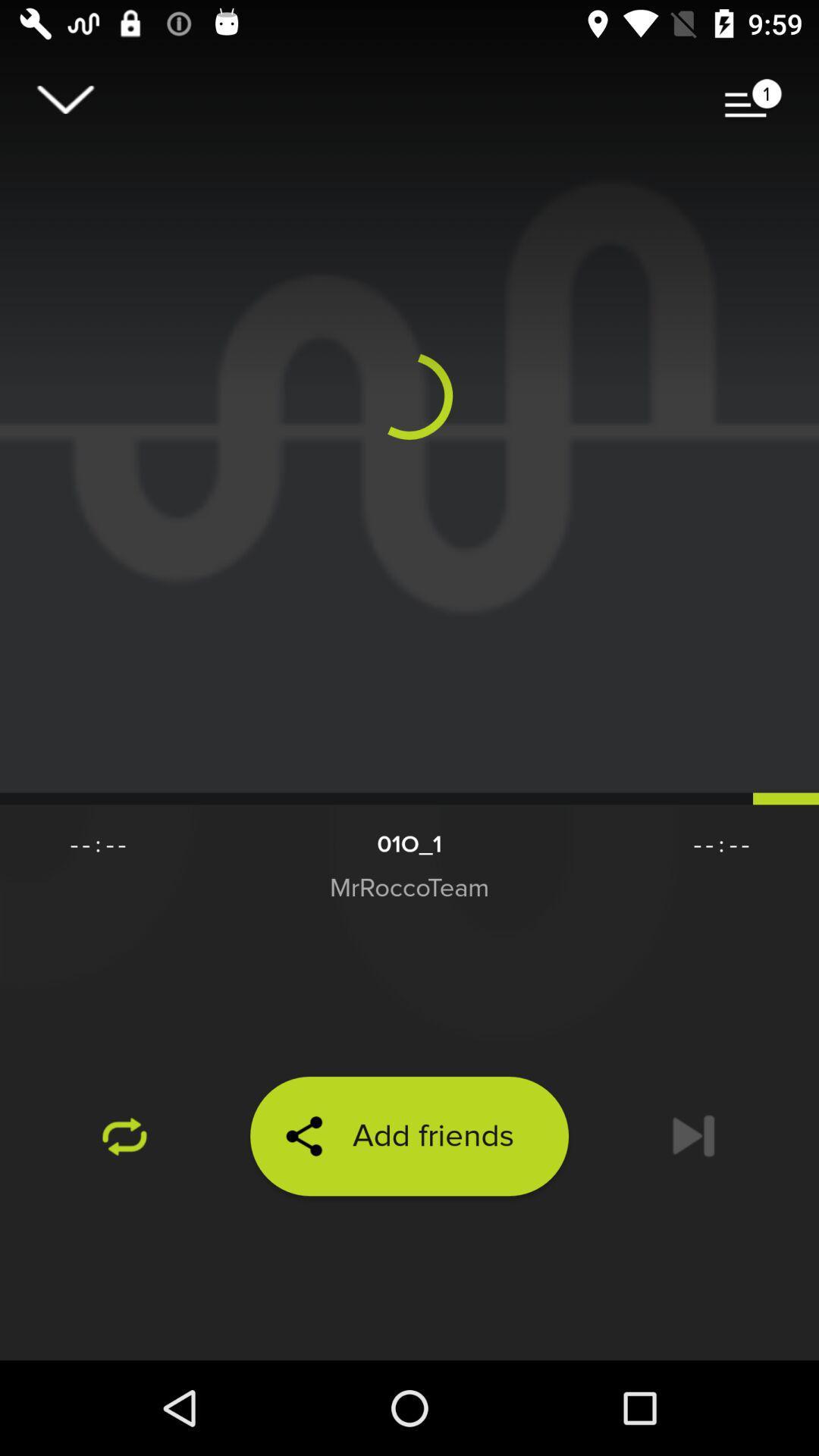 The height and width of the screenshot is (1456, 819). What do you see at coordinates (64, 99) in the screenshot?
I see `the expand_more icon` at bounding box center [64, 99].